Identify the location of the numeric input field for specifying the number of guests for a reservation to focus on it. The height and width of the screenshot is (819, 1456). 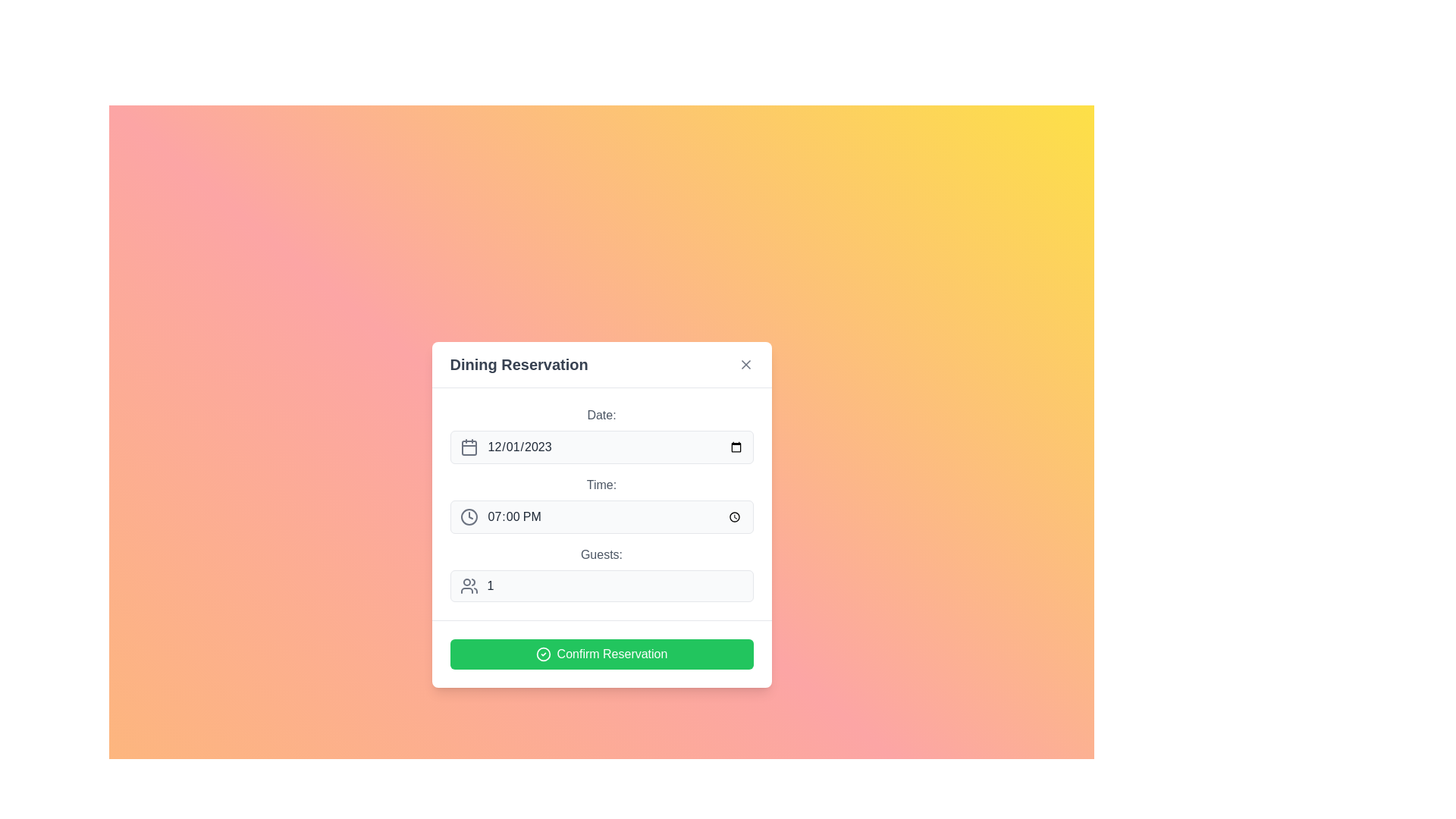
(601, 585).